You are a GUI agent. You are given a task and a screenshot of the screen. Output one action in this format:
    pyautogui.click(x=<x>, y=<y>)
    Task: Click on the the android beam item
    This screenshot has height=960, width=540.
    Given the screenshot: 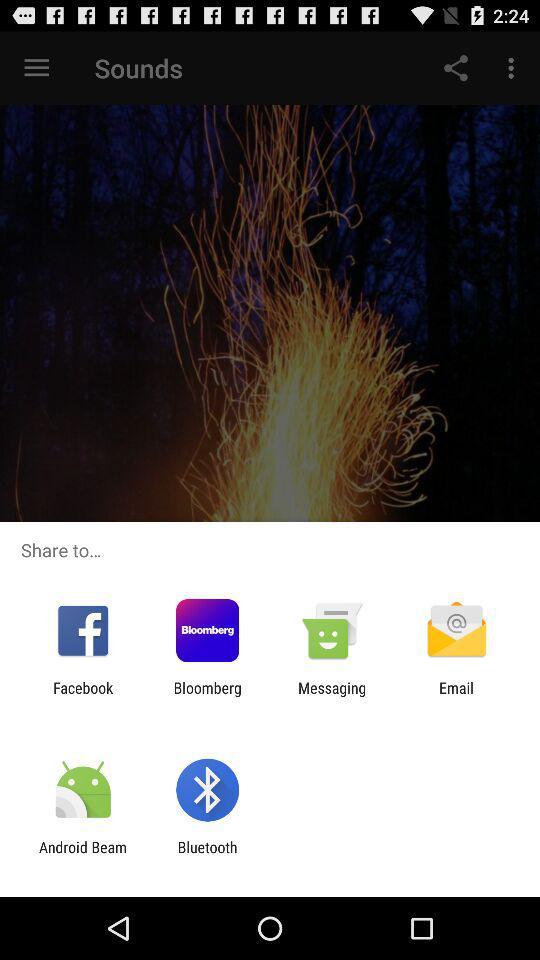 What is the action you would take?
    pyautogui.click(x=82, y=855)
    